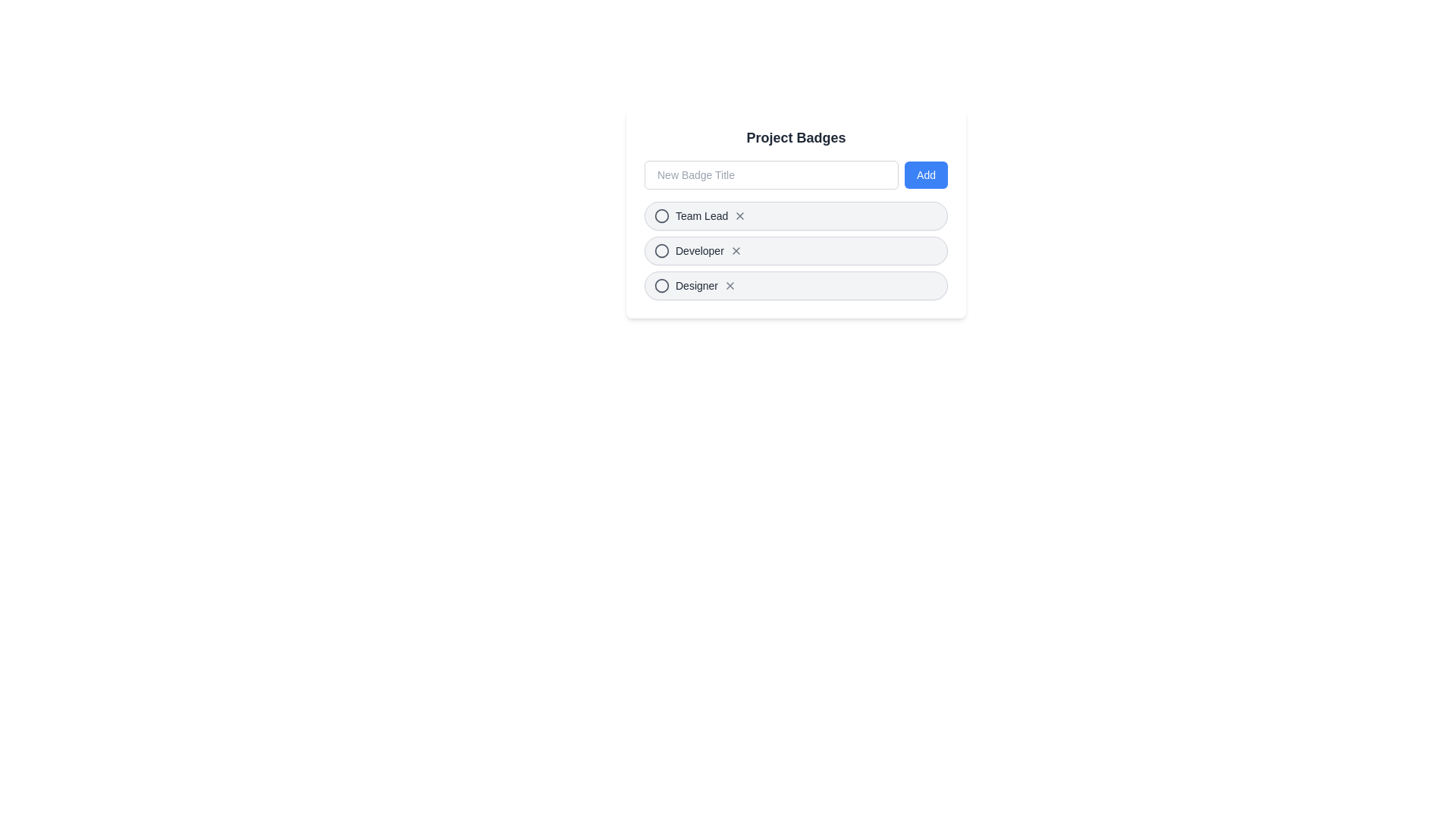 Image resolution: width=1456 pixels, height=819 pixels. Describe the element at coordinates (736, 250) in the screenshot. I see `the badge labeled Developer by clicking the corresponding 'X' button` at that location.